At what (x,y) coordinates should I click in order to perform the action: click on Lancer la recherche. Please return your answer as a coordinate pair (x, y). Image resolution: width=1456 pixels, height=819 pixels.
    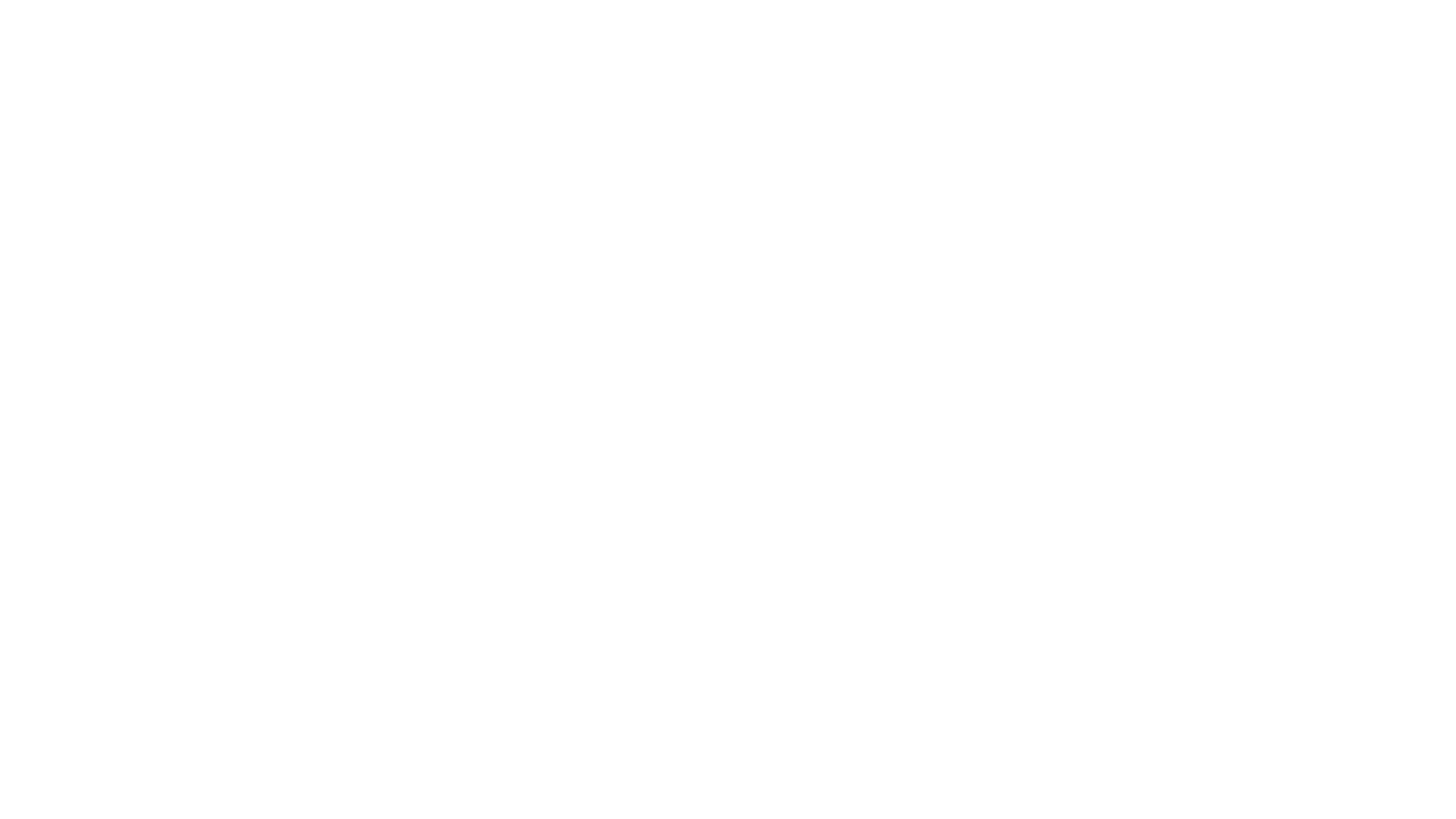
    Looking at the image, I should click on (818, 55).